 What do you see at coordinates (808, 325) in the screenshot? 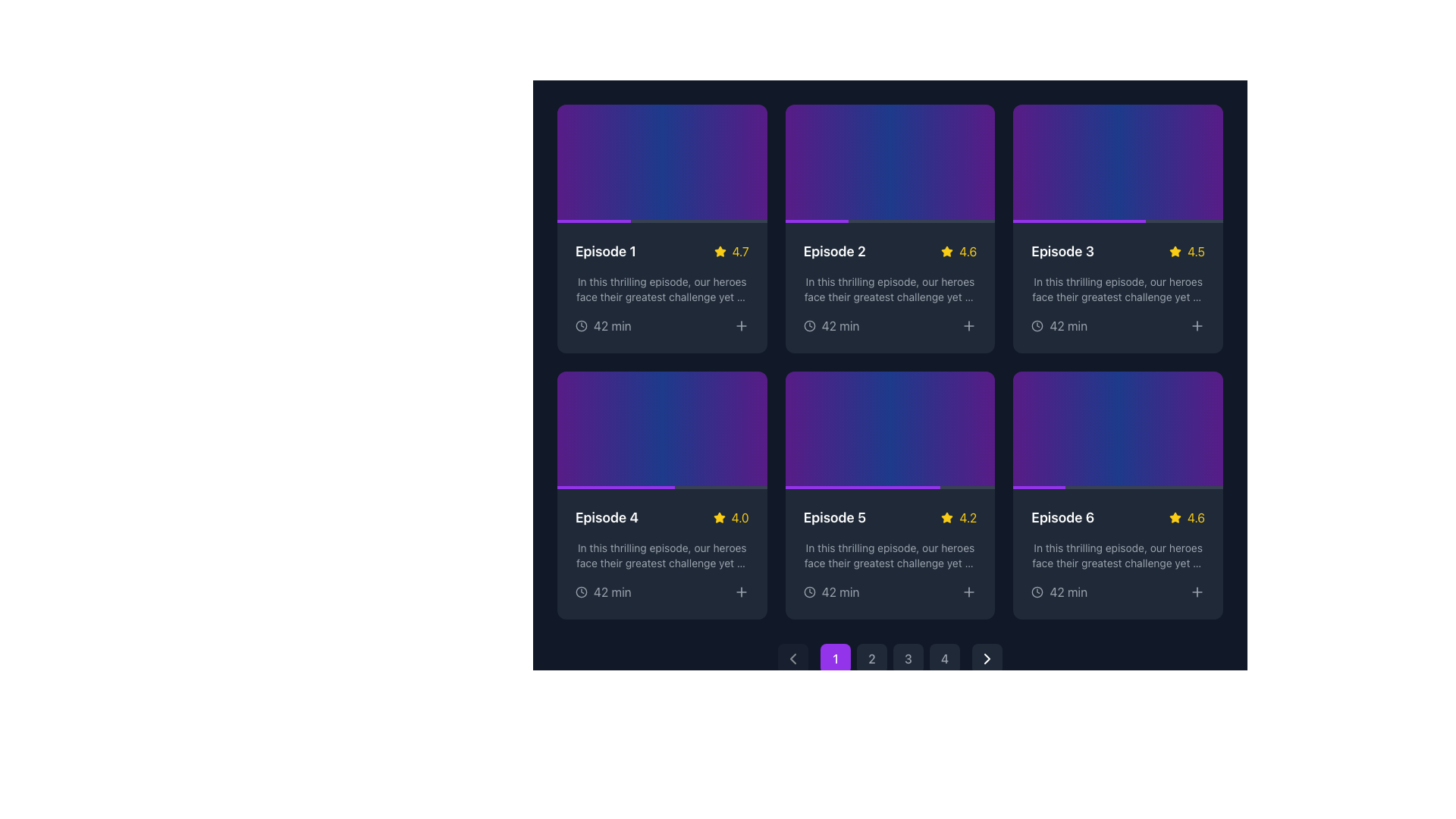
I see `the icon representing the duration time of 'Episode 2', located at the bottom portion of the episode card alongside the duration label` at bounding box center [808, 325].